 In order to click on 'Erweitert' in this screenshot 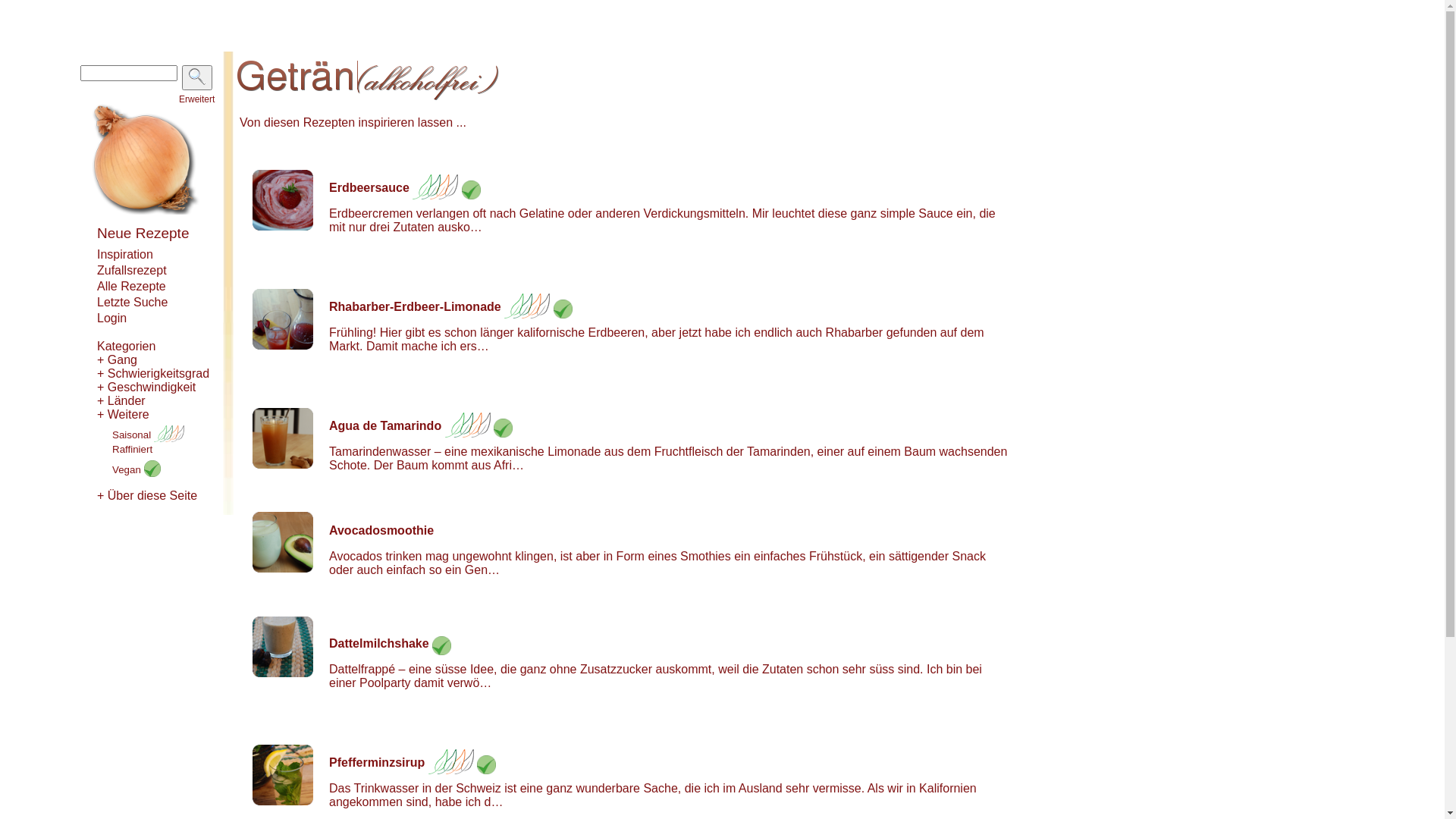, I will do `click(196, 99)`.